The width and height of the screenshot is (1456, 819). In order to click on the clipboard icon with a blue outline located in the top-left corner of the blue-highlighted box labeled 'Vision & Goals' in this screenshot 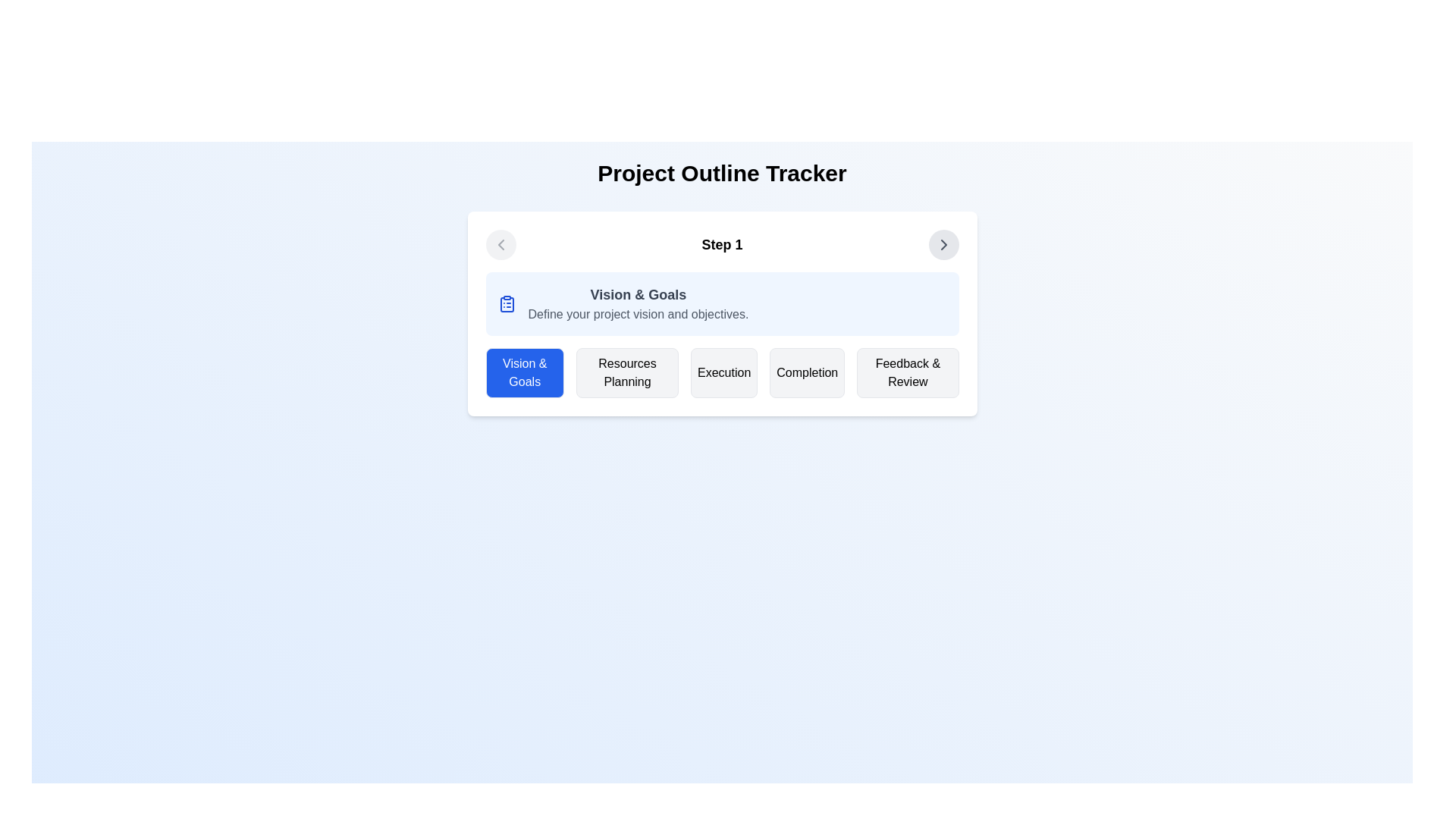, I will do `click(507, 304)`.